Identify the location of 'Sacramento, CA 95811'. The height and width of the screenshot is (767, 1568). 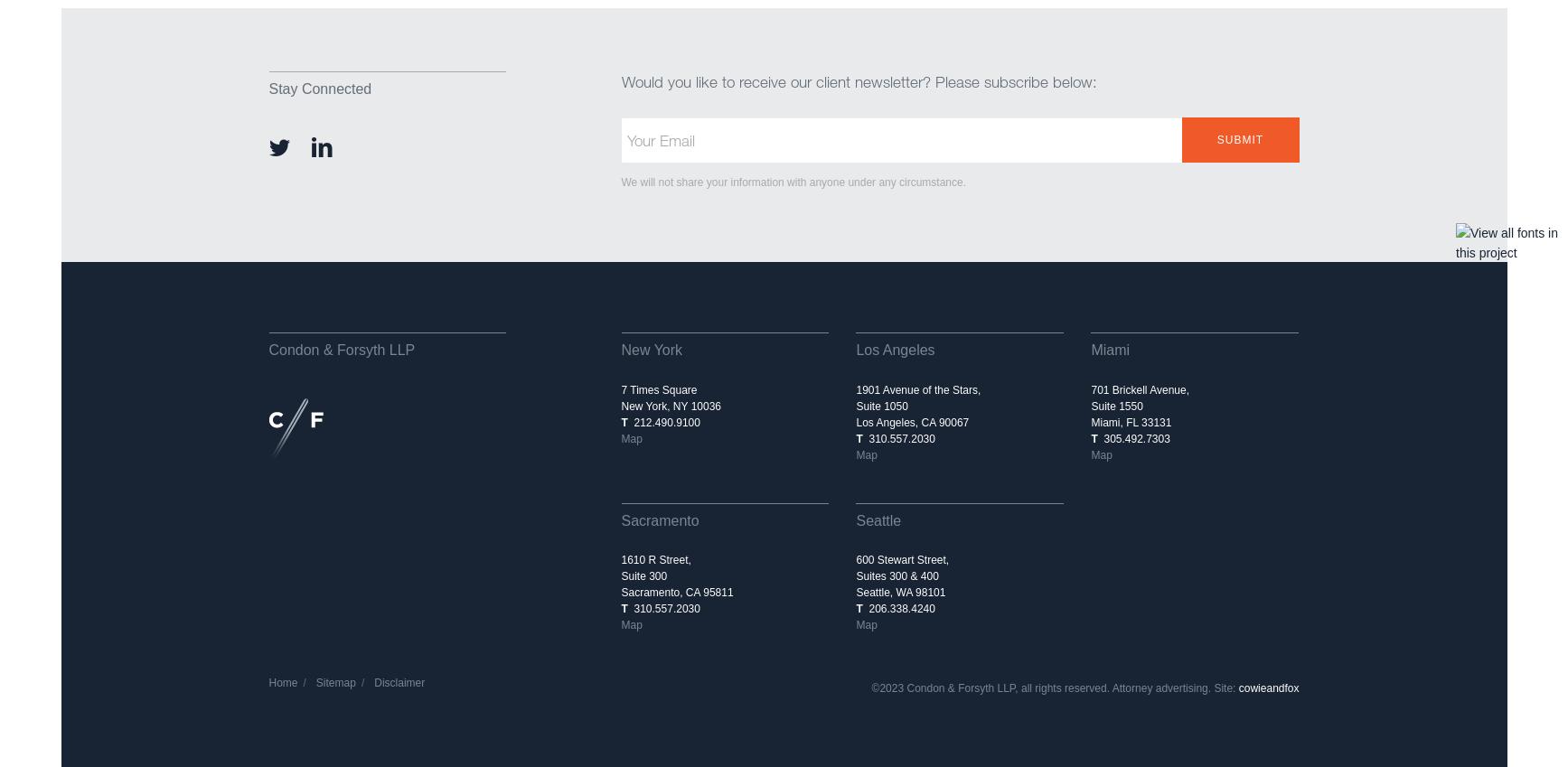
(676, 593).